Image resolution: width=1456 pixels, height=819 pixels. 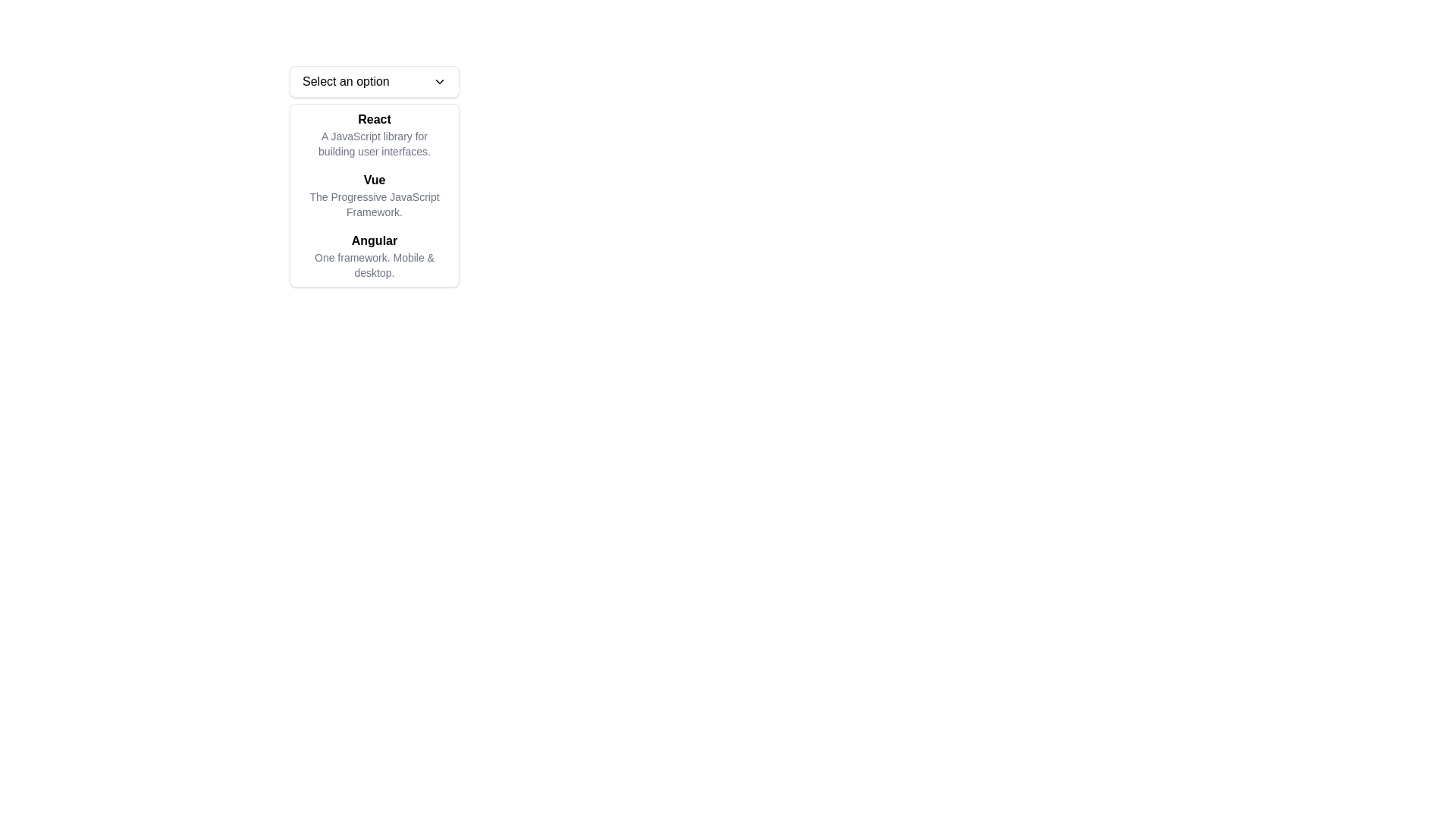 I want to click on the bold-text label reading 'Vue' in the dropdown menu, which is the second item in the list, positioned above the description text 'The Progressive JavaScript Framework.' and below the dropdown title 'Select an option', so click(x=375, y=180).